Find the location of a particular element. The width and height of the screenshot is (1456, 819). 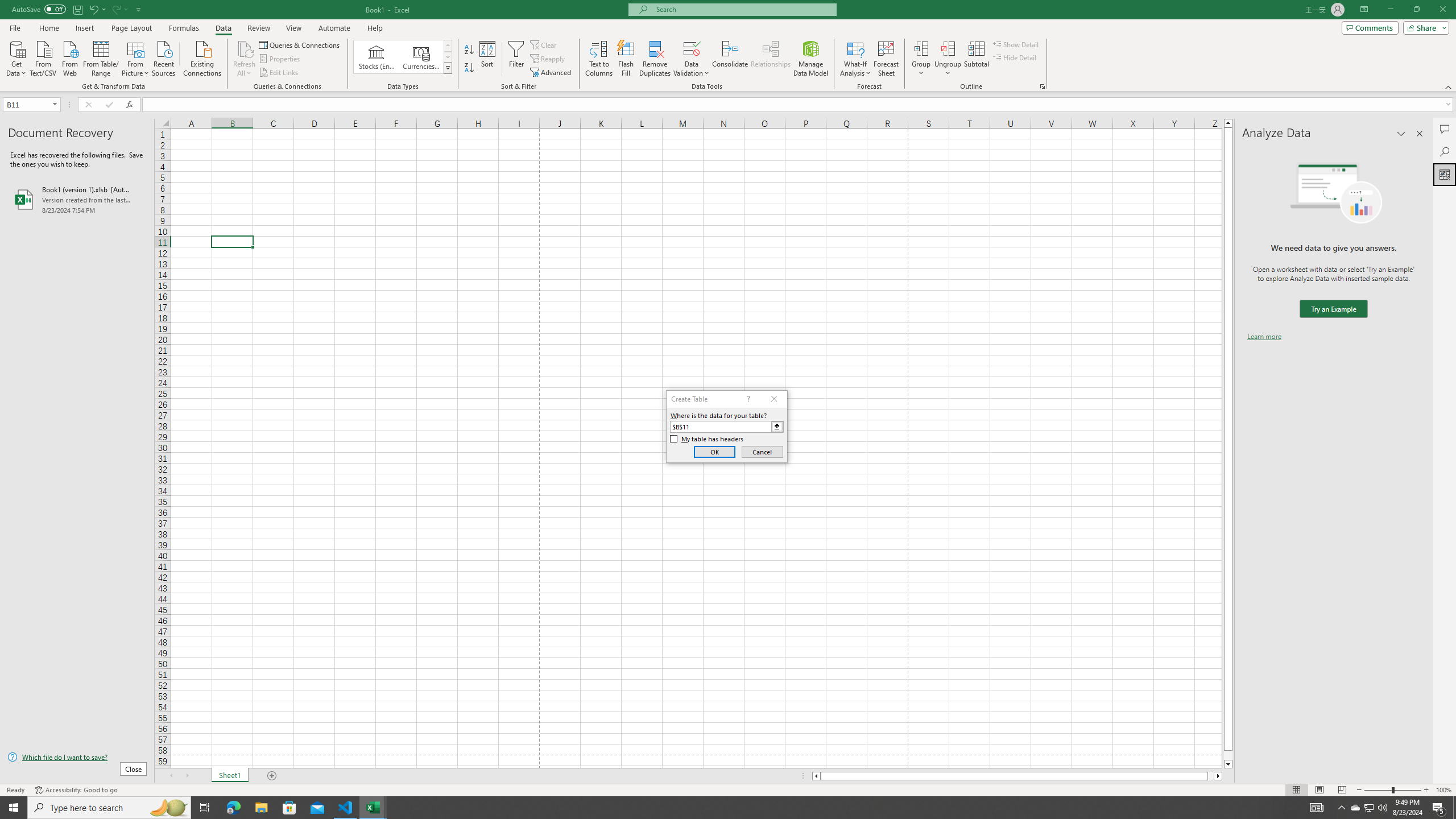

'Manage Data Model' is located at coordinates (810, 59).